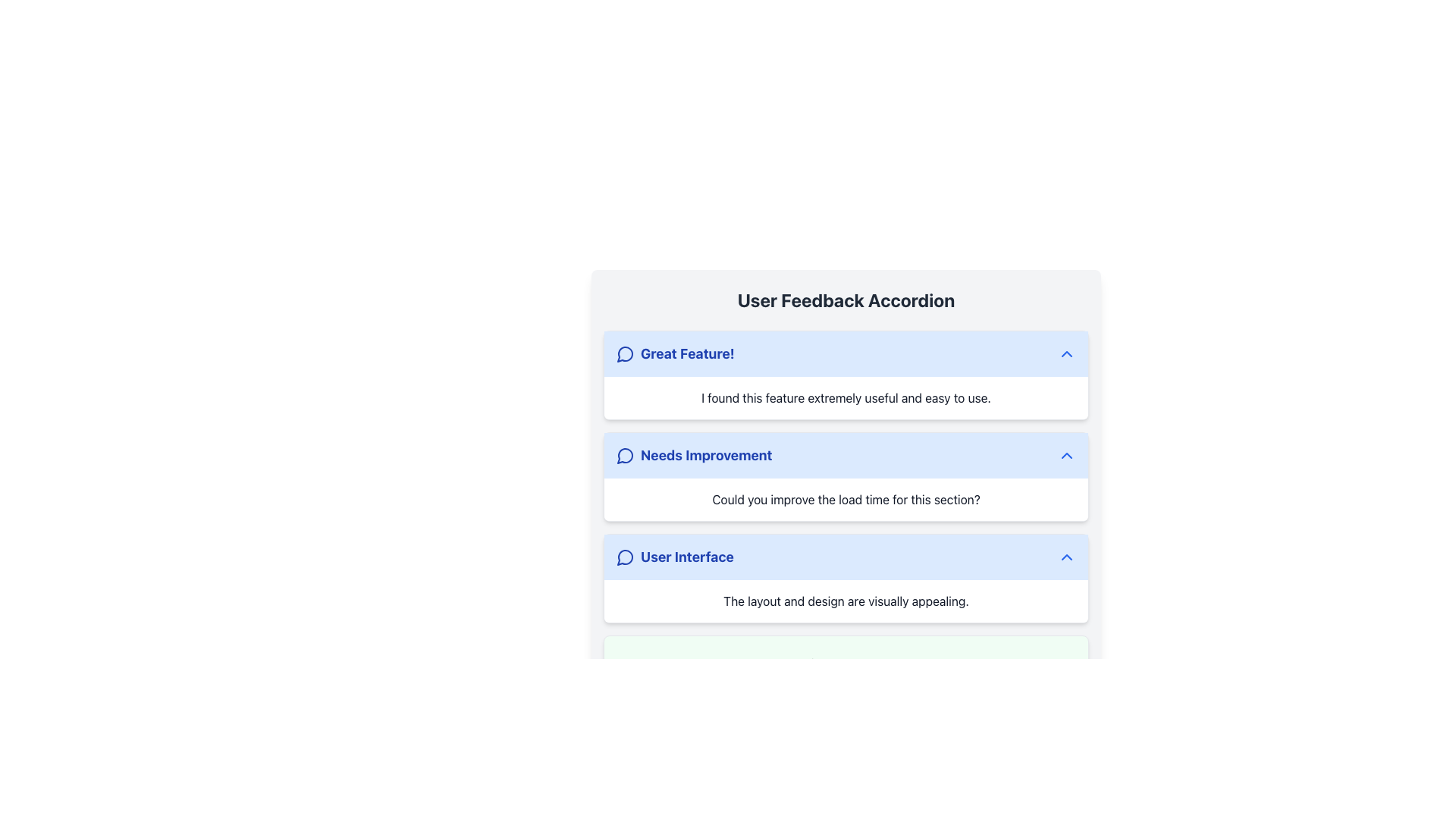  I want to click on the circular speech bubble icon located to the left of the 'User Interface' section title in the third feedback section, so click(625, 557).